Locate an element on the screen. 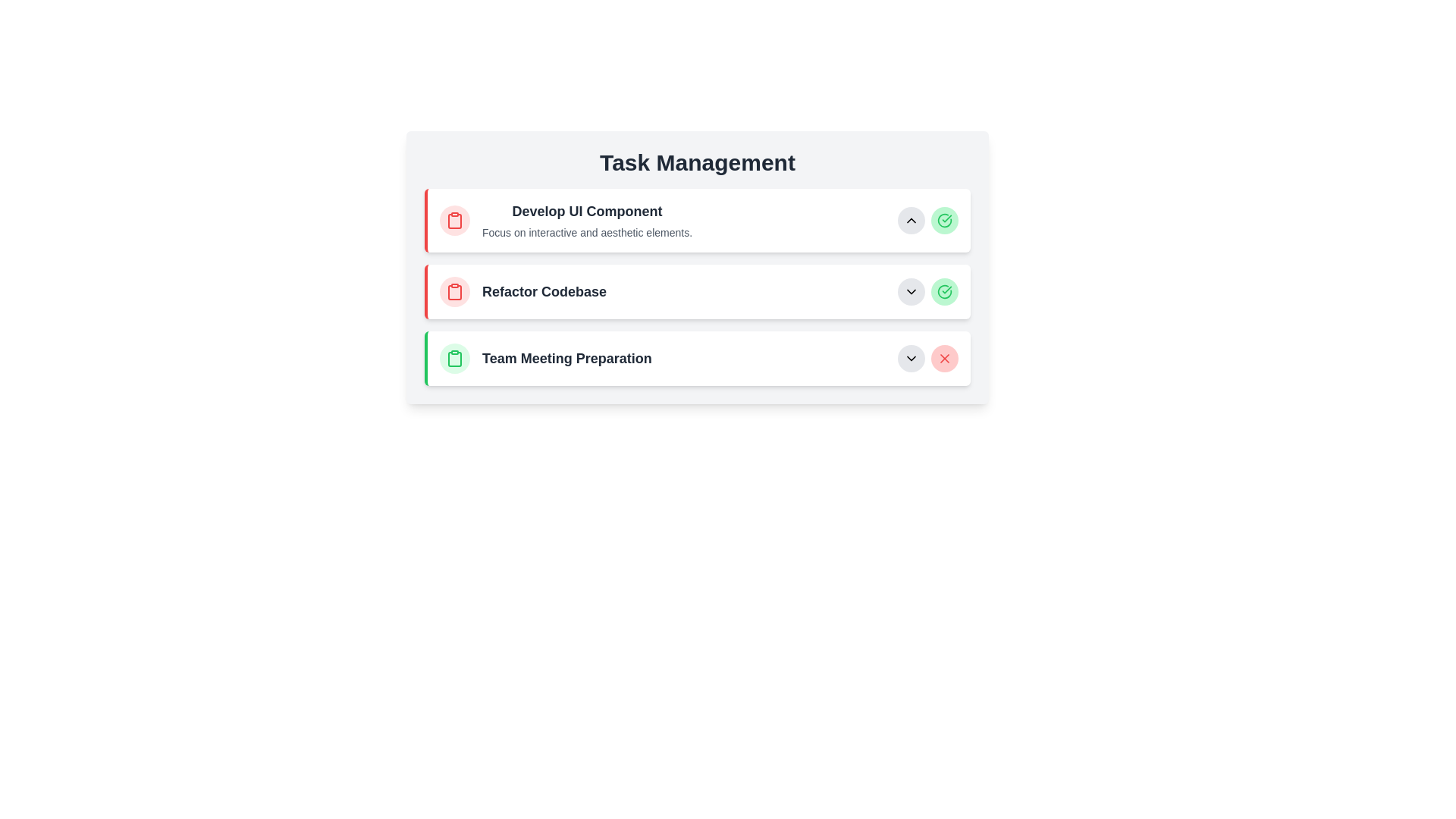 Image resolution: width=1456 pixels, height=819 pixels. the text label that serves as the title of a task, located in the third row of the vertical task list, horizontally aligned with a clipboard icon on the left is located at coordinates (566, 359).